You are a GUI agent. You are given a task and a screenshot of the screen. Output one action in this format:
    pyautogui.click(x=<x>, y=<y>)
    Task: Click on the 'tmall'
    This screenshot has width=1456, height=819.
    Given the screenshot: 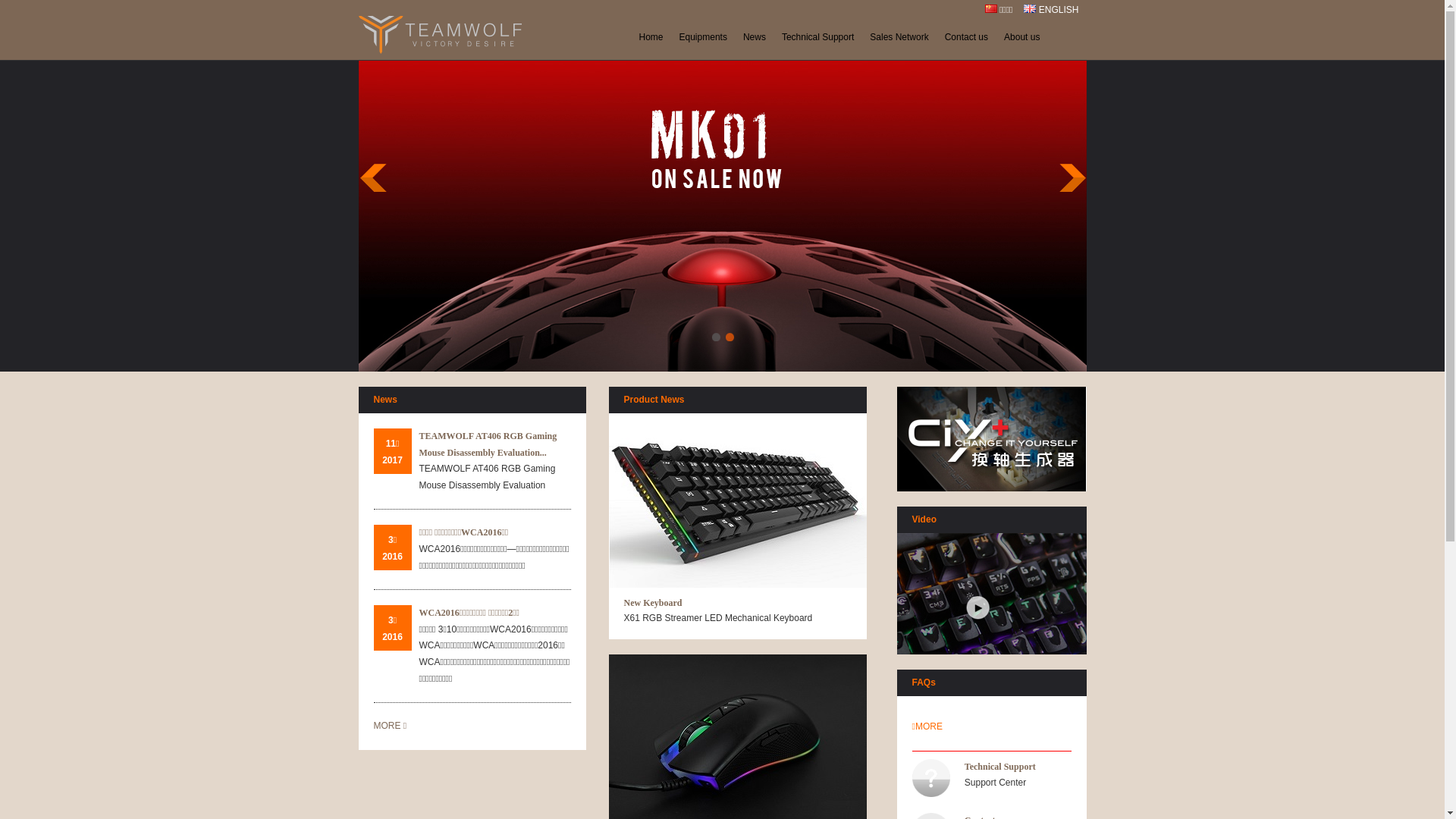 What is the action you would take?
    pyautogui.click(x=990, y=438)
    